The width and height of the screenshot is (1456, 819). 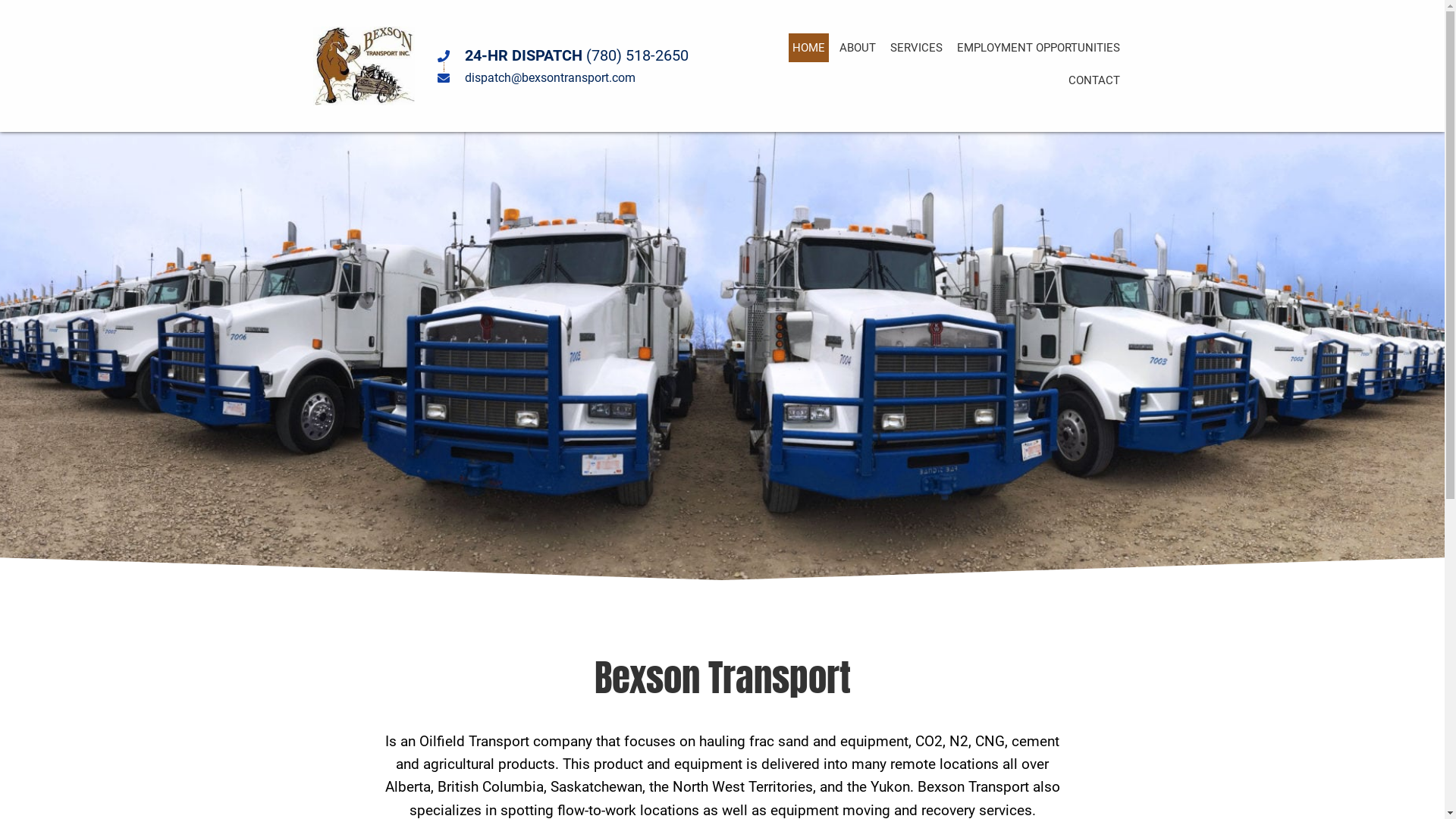 What do you see at coordinates (915, 46) in the screenshot?
I see `'SERVICES'` at bounding box center [915, 46].